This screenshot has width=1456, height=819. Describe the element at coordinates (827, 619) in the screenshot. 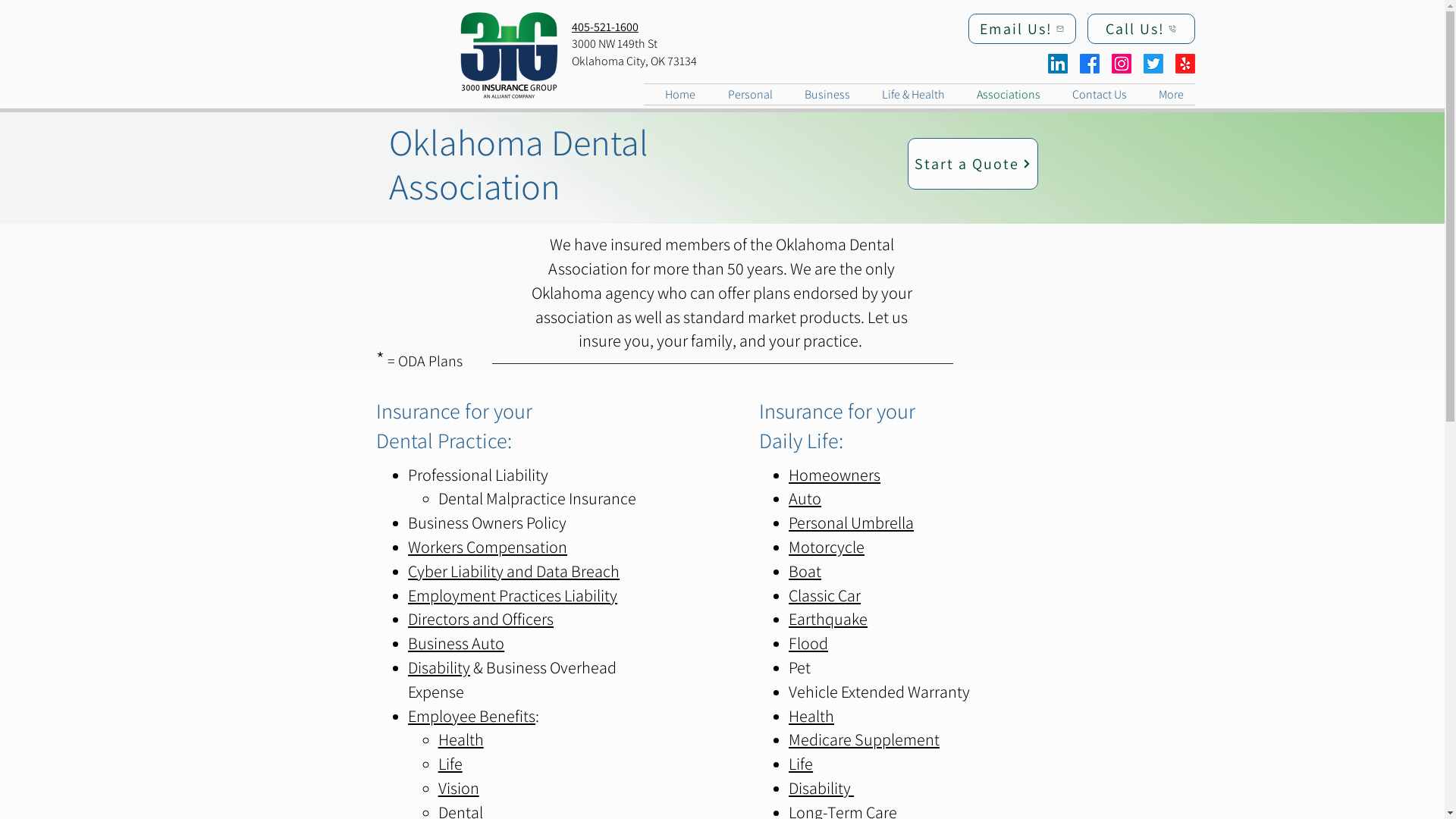

I see `'Earthquake'` at that location.